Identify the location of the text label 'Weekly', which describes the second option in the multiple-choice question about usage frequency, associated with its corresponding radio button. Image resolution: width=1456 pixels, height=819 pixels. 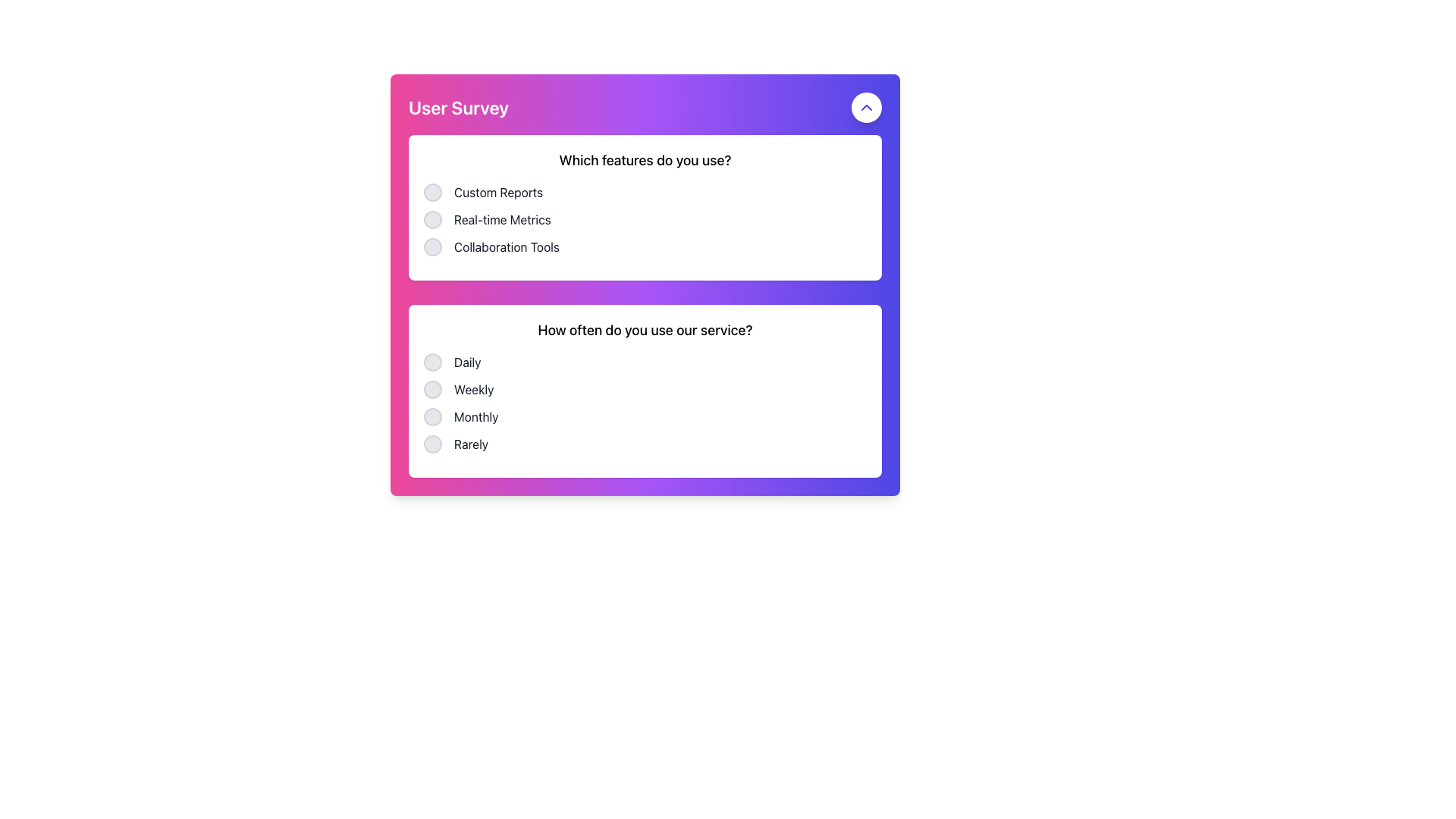
(473, 388).